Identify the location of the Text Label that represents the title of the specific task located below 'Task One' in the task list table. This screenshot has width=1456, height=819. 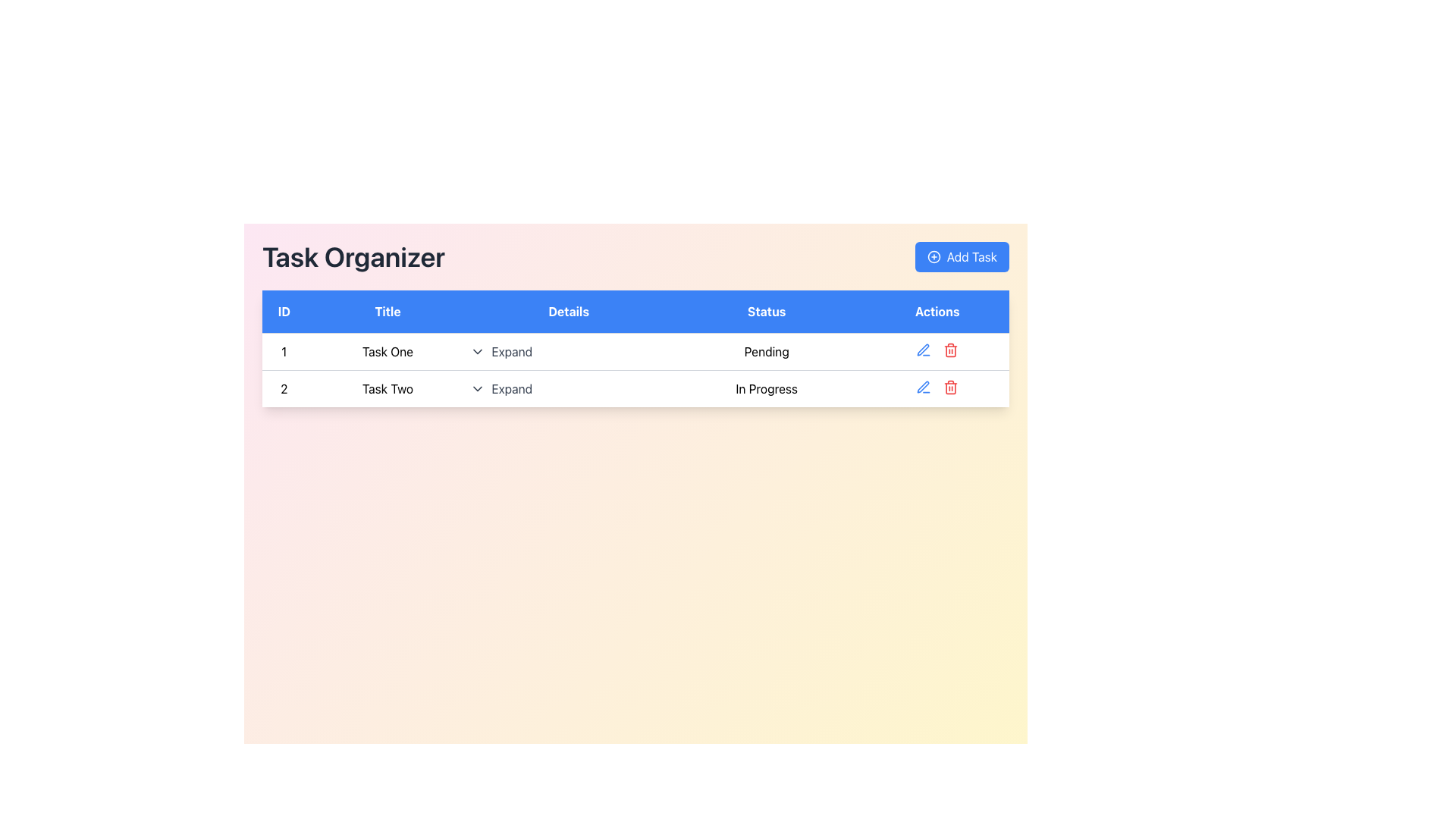
(388, 388).